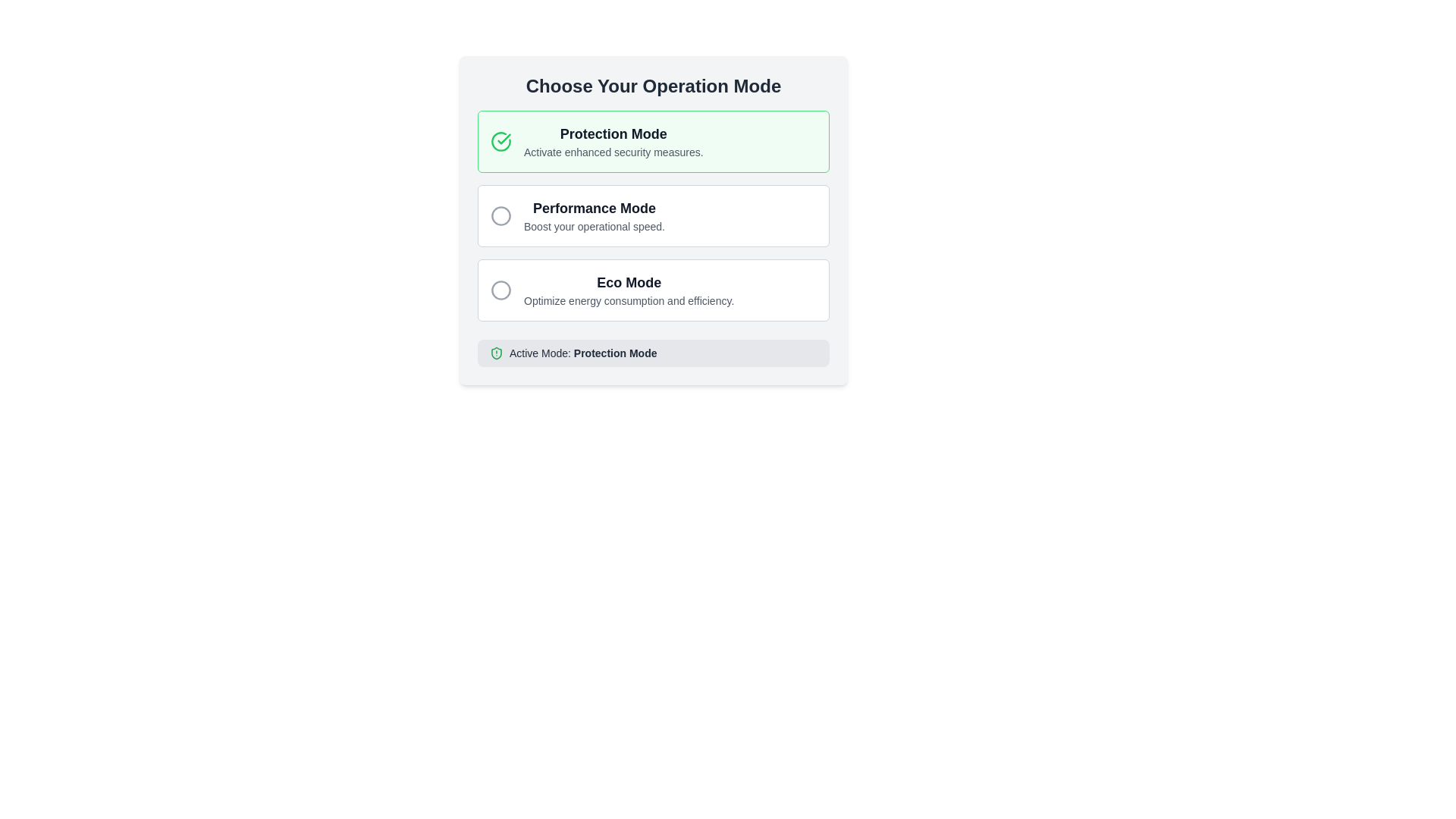 The width and height of the screenshot is (1456, 819). Describe the element at coordinates (504, 139) in the screenshot. I see `the checkmark icon with a green stroke located in a circular icon to the left of the text 'Protection Mode' near the top segment of the active selection box` at that location.